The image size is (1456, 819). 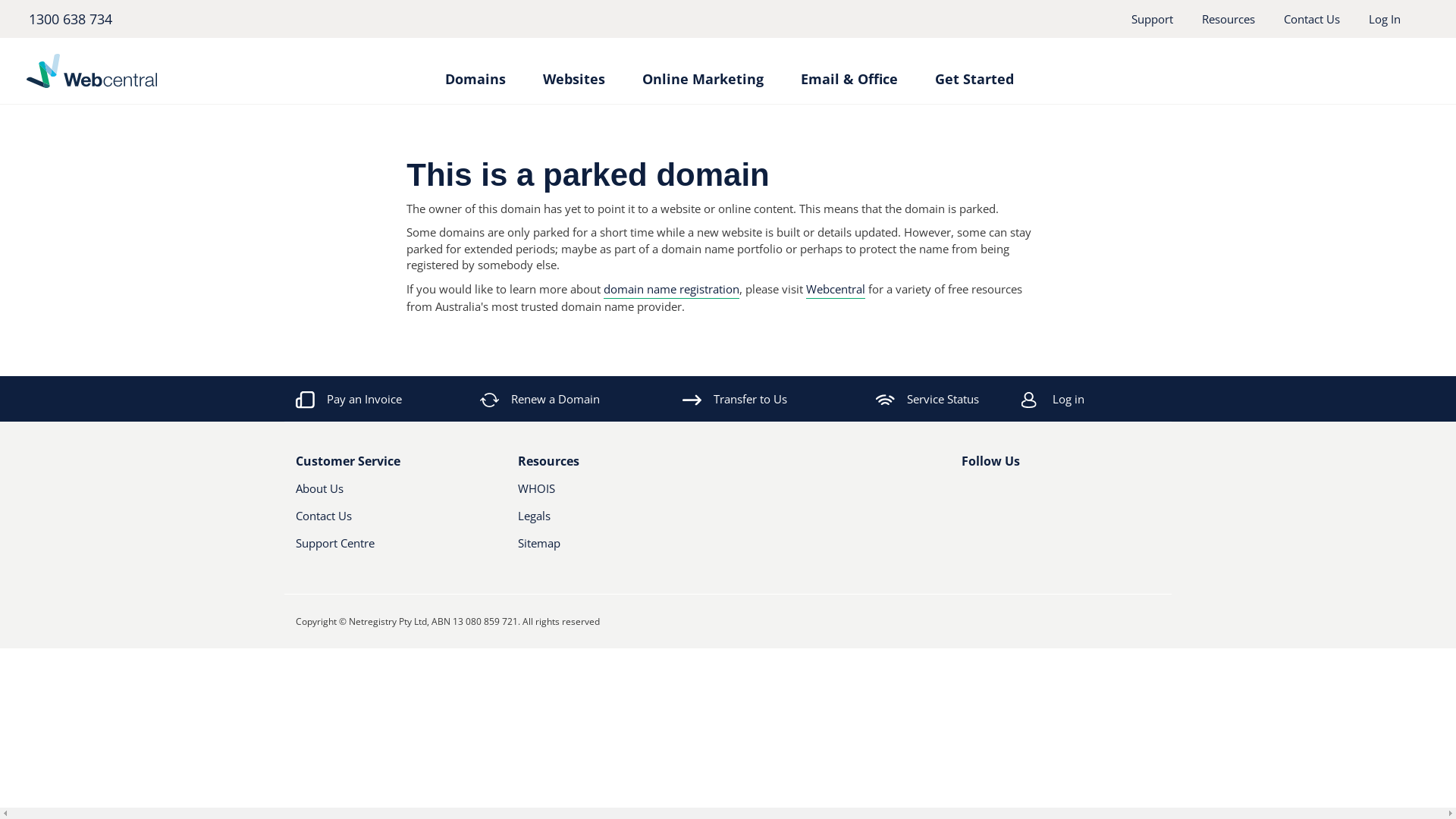 What do you see at coordinates (1384, 18) in the screenshot?
I see `'Log In'` at bounding box center [1384, 18].